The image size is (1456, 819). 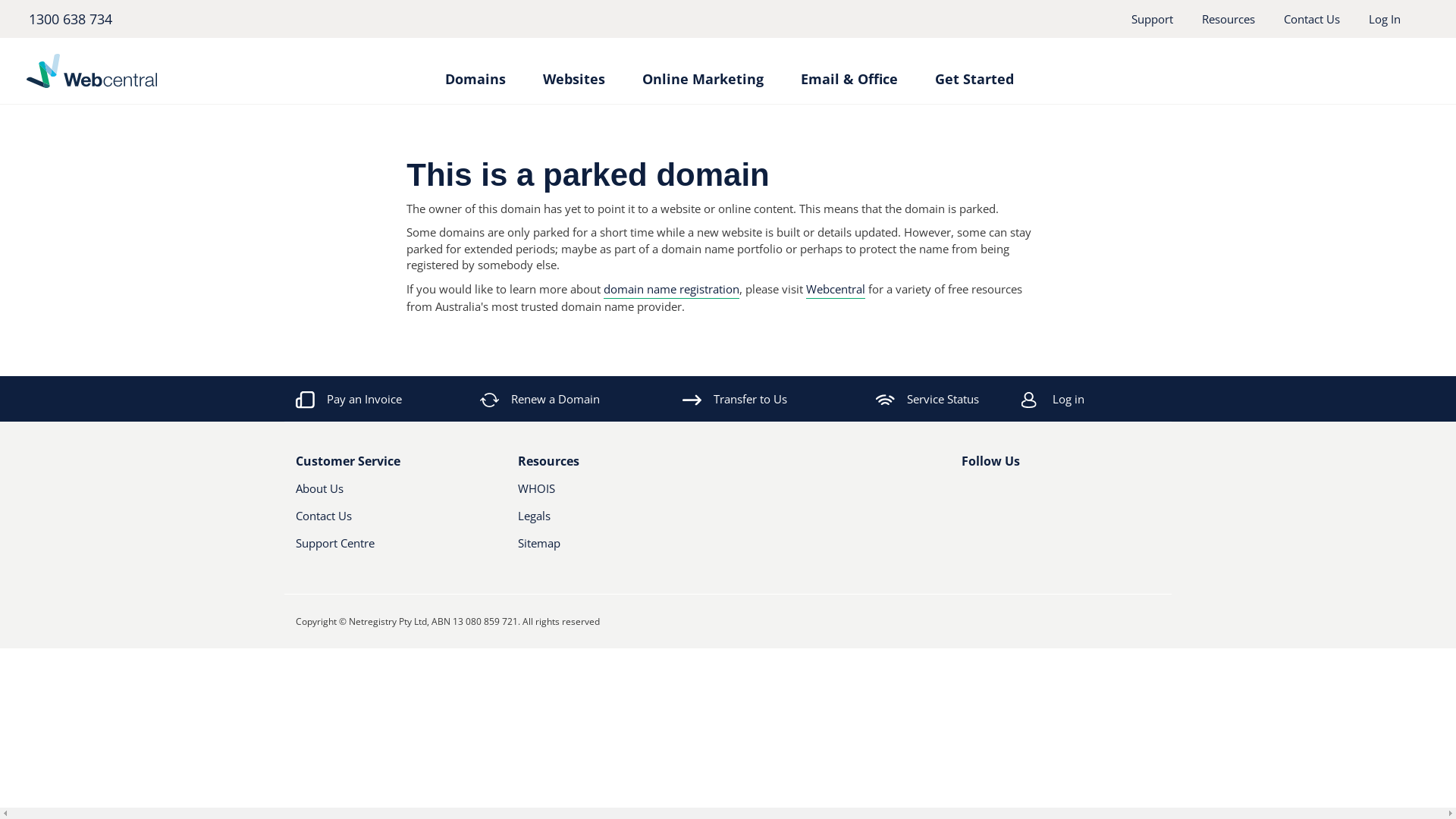 What do you see at coordinates (1384, 18) in the screenshot?
I see `'Log In'` at bounding box center [1384, 18].